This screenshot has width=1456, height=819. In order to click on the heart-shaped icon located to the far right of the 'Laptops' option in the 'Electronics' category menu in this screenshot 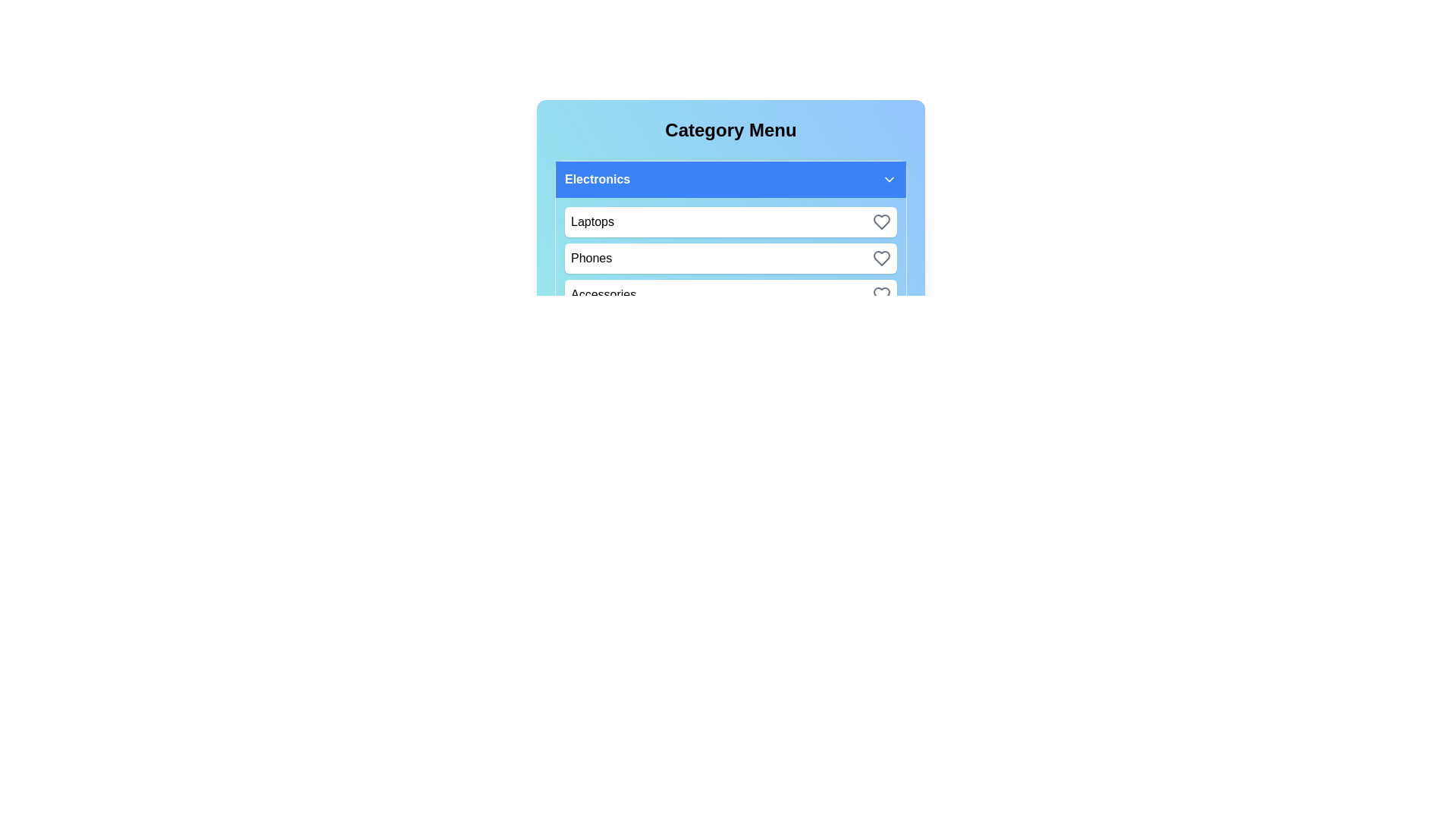, I will do `click(881, 222)`.